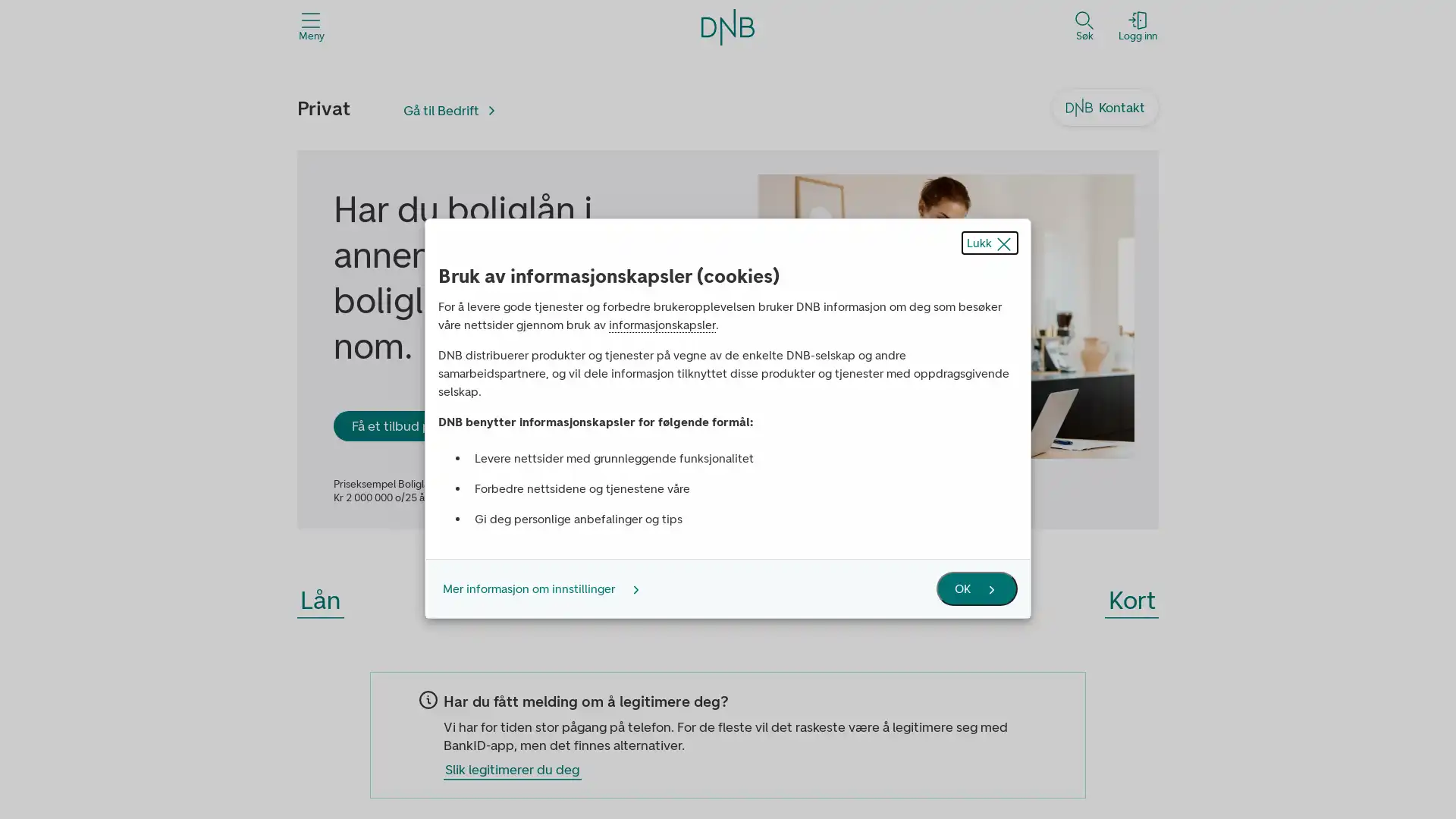  Describe the element at coordinates (1106, 107) in the screenshot. I see `Kontakt` at that location.